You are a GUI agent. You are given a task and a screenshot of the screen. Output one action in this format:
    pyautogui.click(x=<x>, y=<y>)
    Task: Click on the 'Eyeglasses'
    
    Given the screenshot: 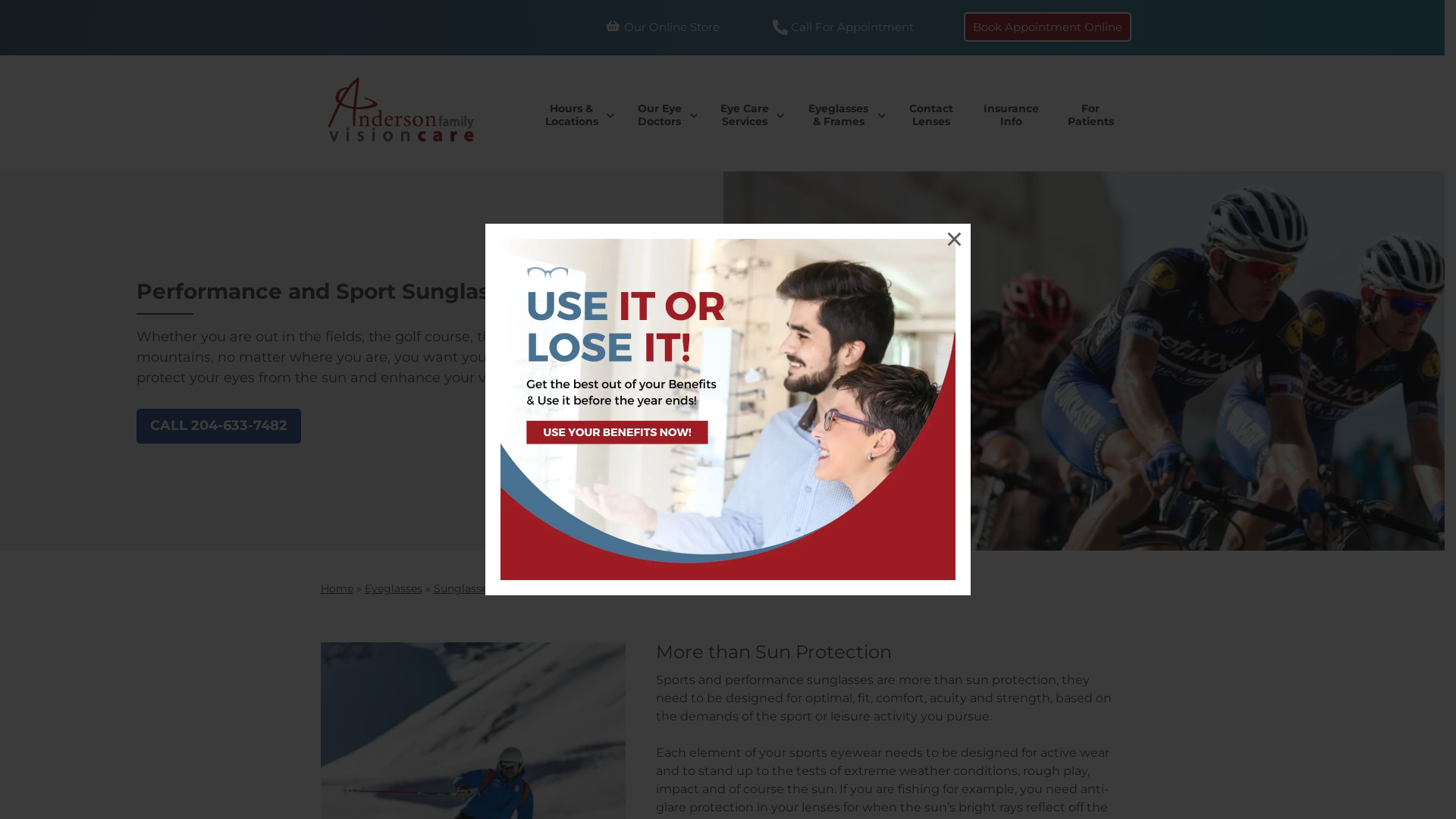 What is the action you would take?
    pyautogui.click(x=393, y=587)
    